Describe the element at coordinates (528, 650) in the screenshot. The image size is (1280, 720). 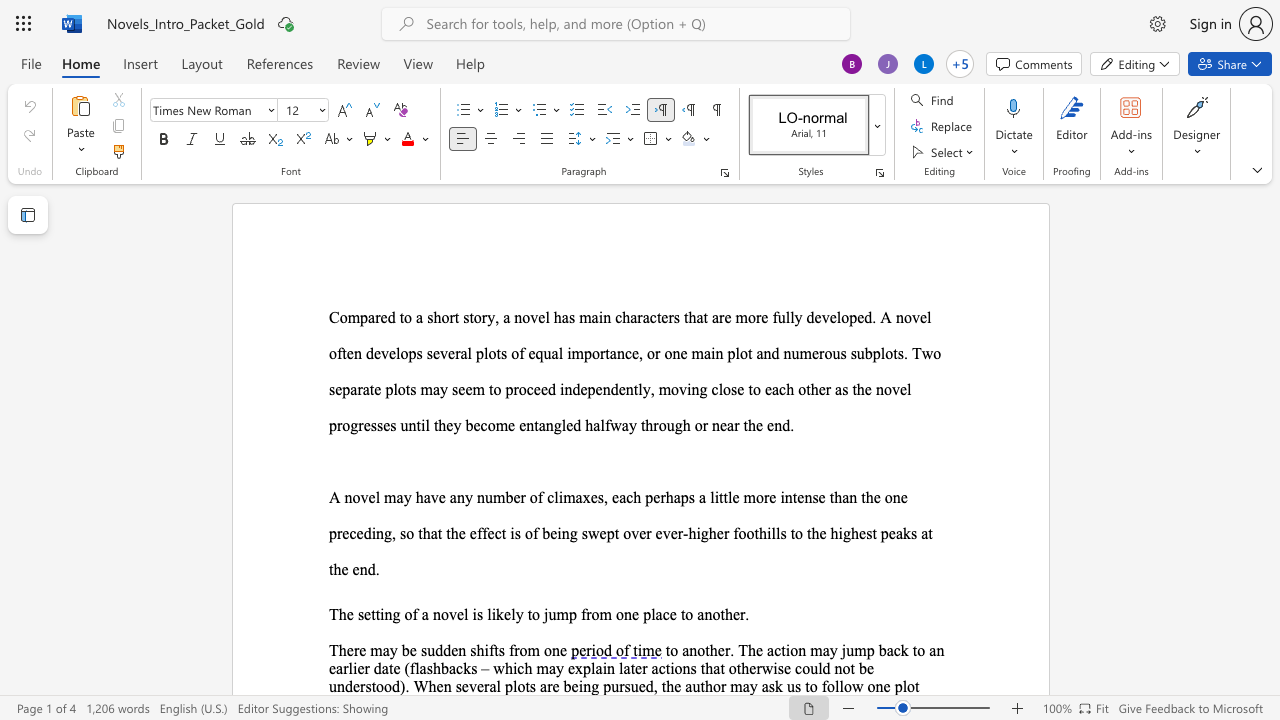
I see `the space between the continuous character "o" and "m" in the text` at that location.